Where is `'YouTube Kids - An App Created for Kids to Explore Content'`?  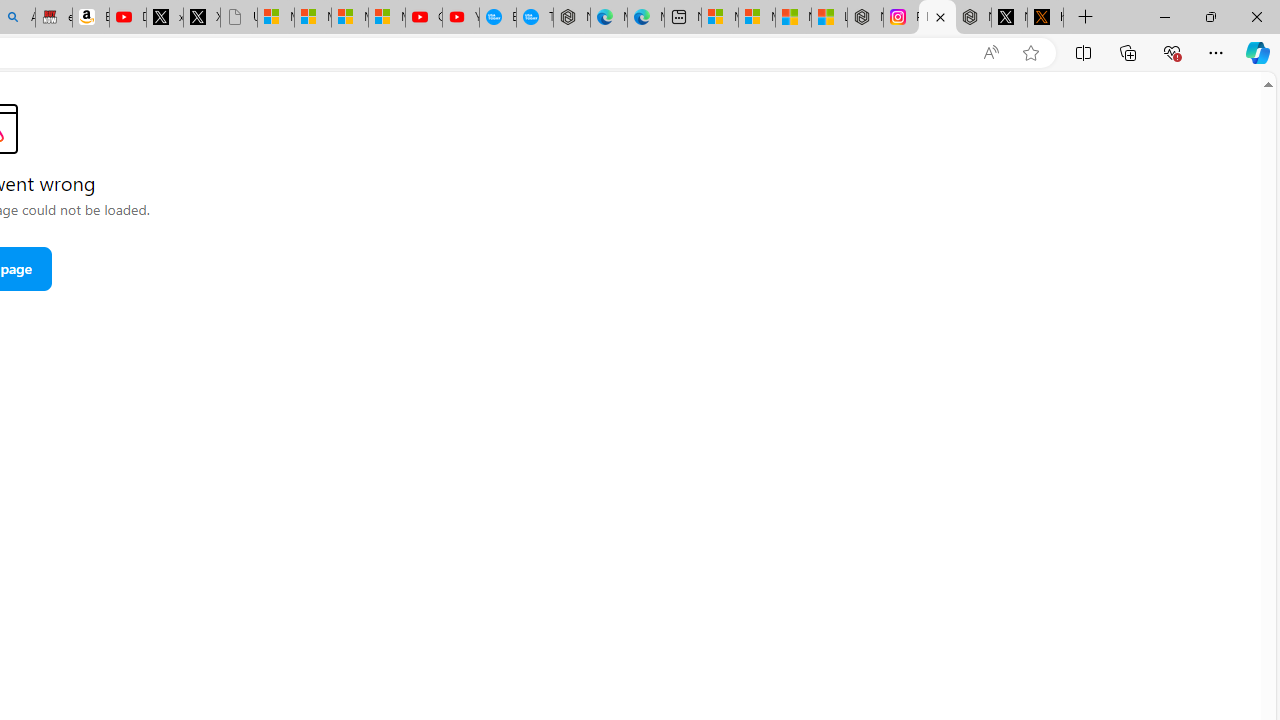 'YouTube Kids - An App Created for Kids to Explore Content' is located at coordinates (459, 17).